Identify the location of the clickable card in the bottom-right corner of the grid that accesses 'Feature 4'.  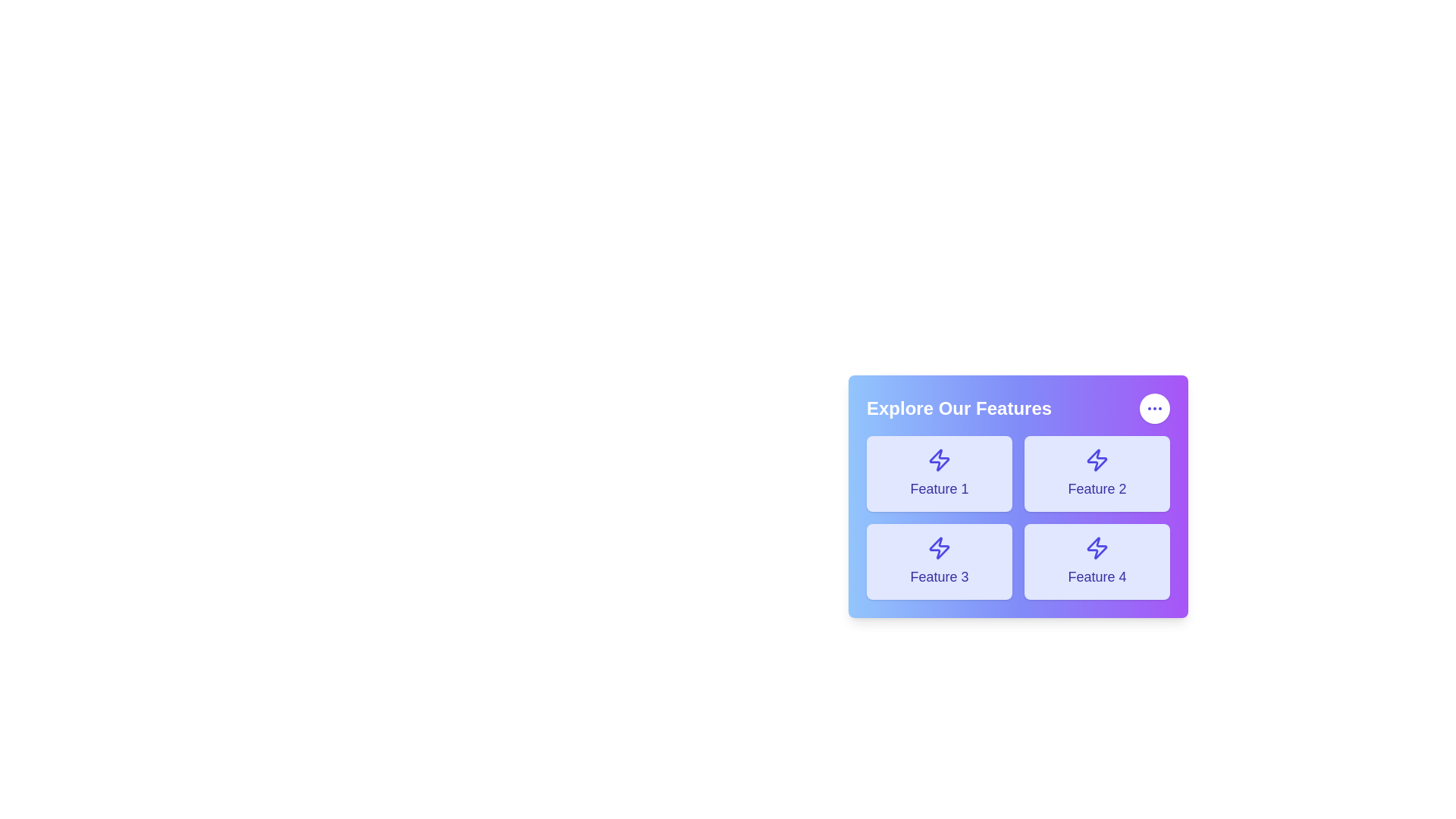
(1097, 561).